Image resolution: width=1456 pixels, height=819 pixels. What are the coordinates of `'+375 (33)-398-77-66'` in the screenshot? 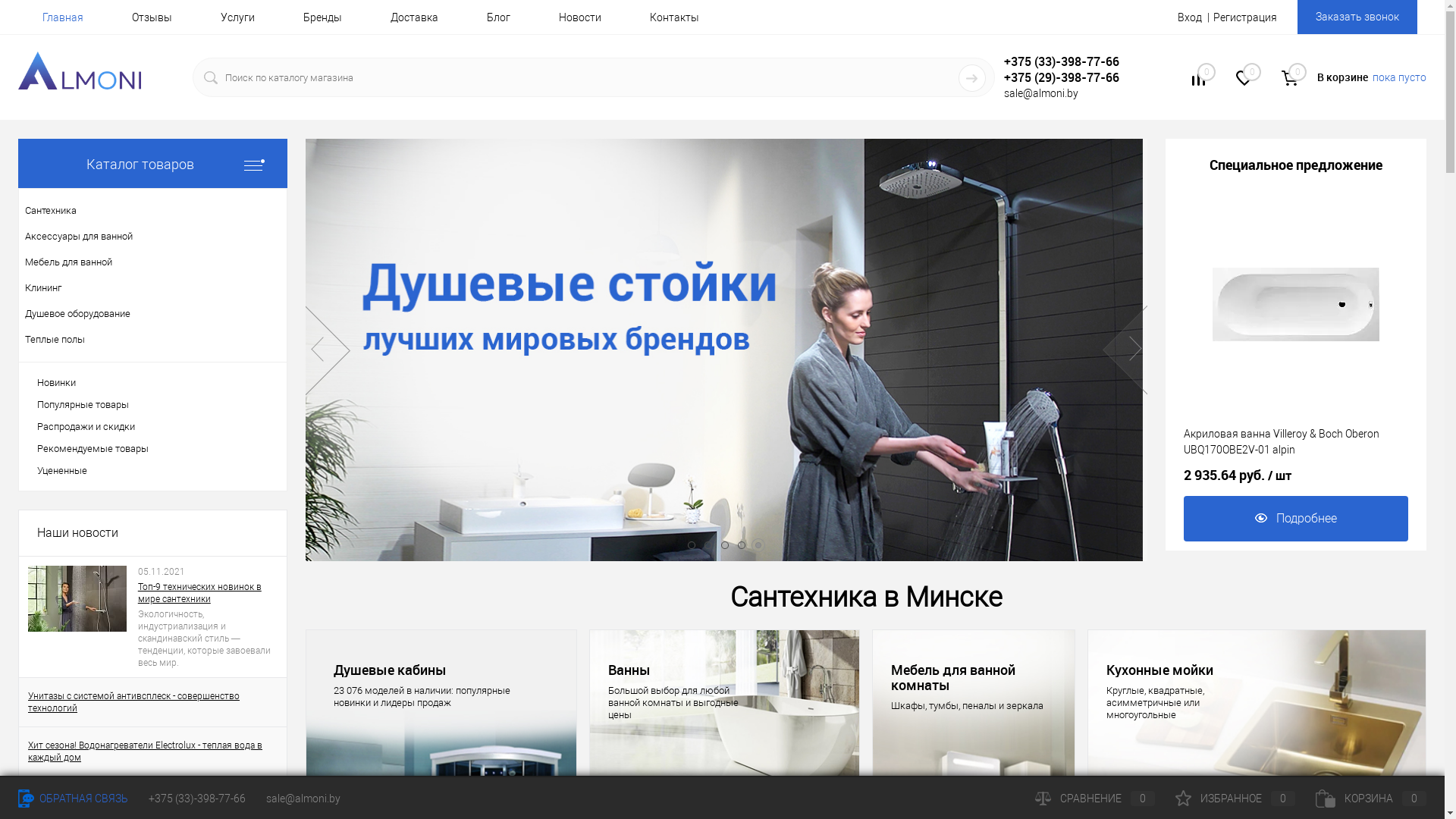 It's located at (196, 798).